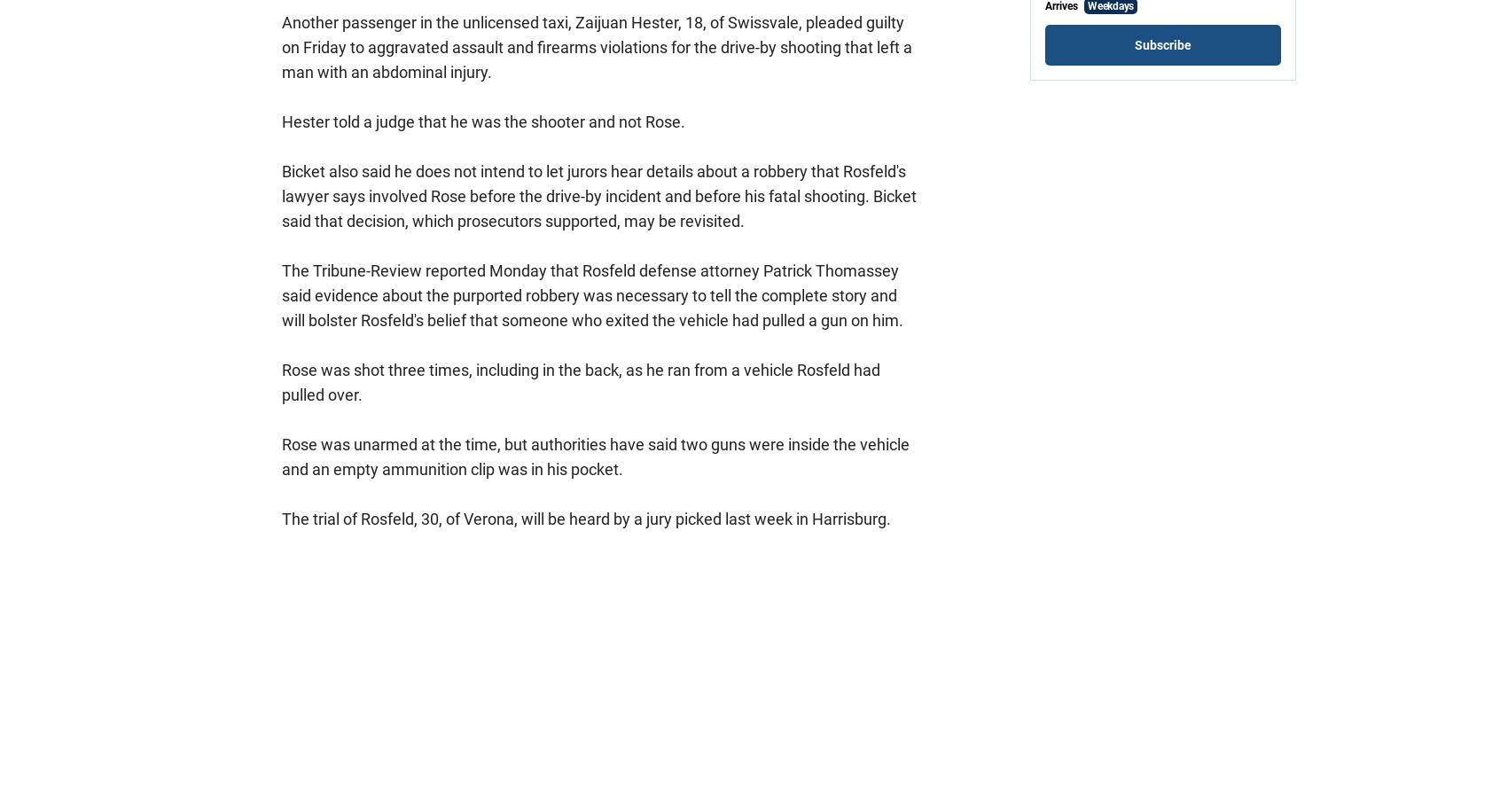  What do you see at coordinates (1061, 5) in the screenshot?
I see `'Arrives'` at bounding box center [1061, 5].